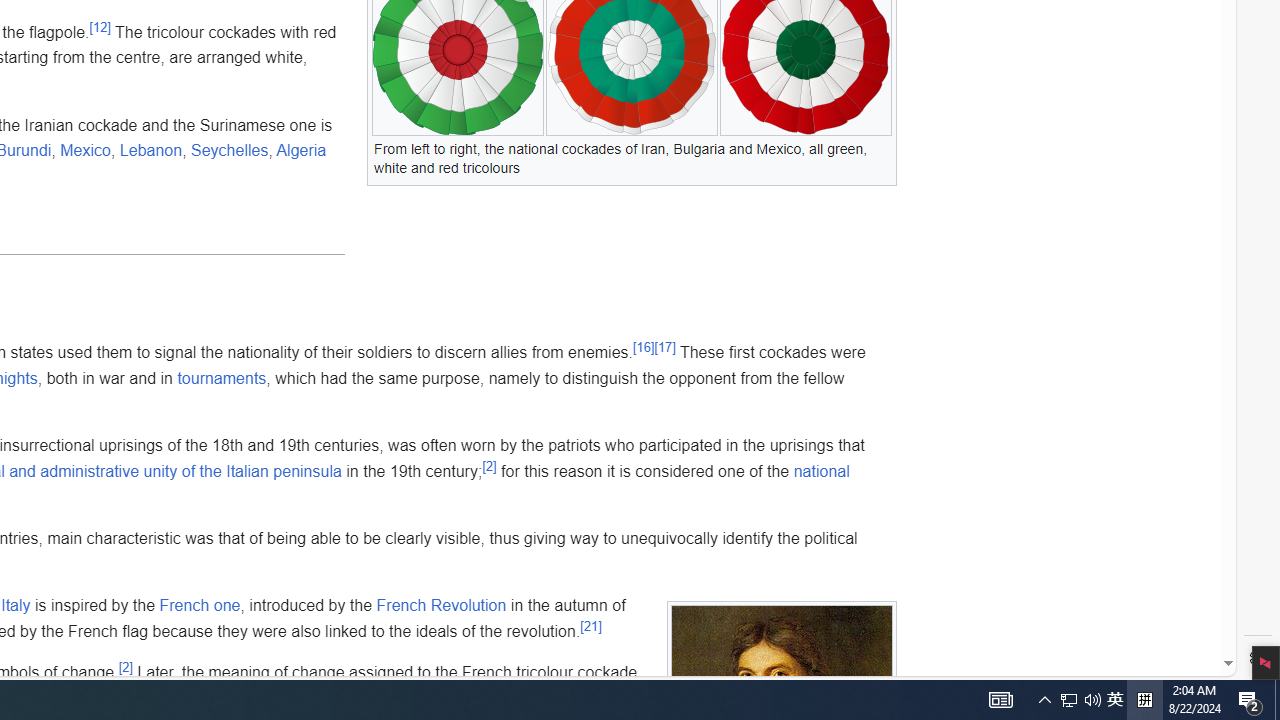  Describe the element at coordinates (199, 604) in the screenshot. I see `'French one'` at that location.